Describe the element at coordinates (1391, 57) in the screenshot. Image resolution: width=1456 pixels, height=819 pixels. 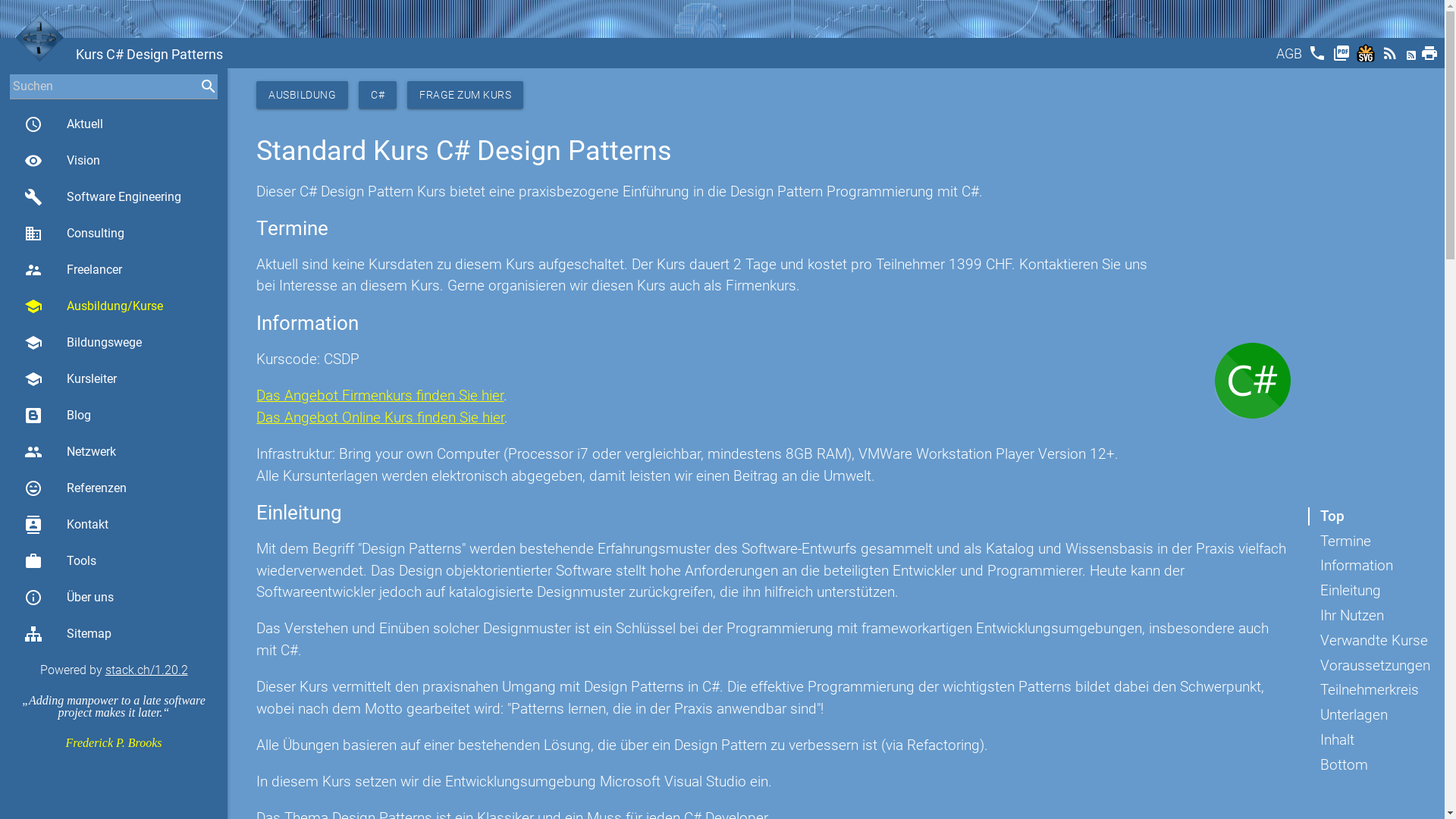
I see `'rss_feed'` at that location.